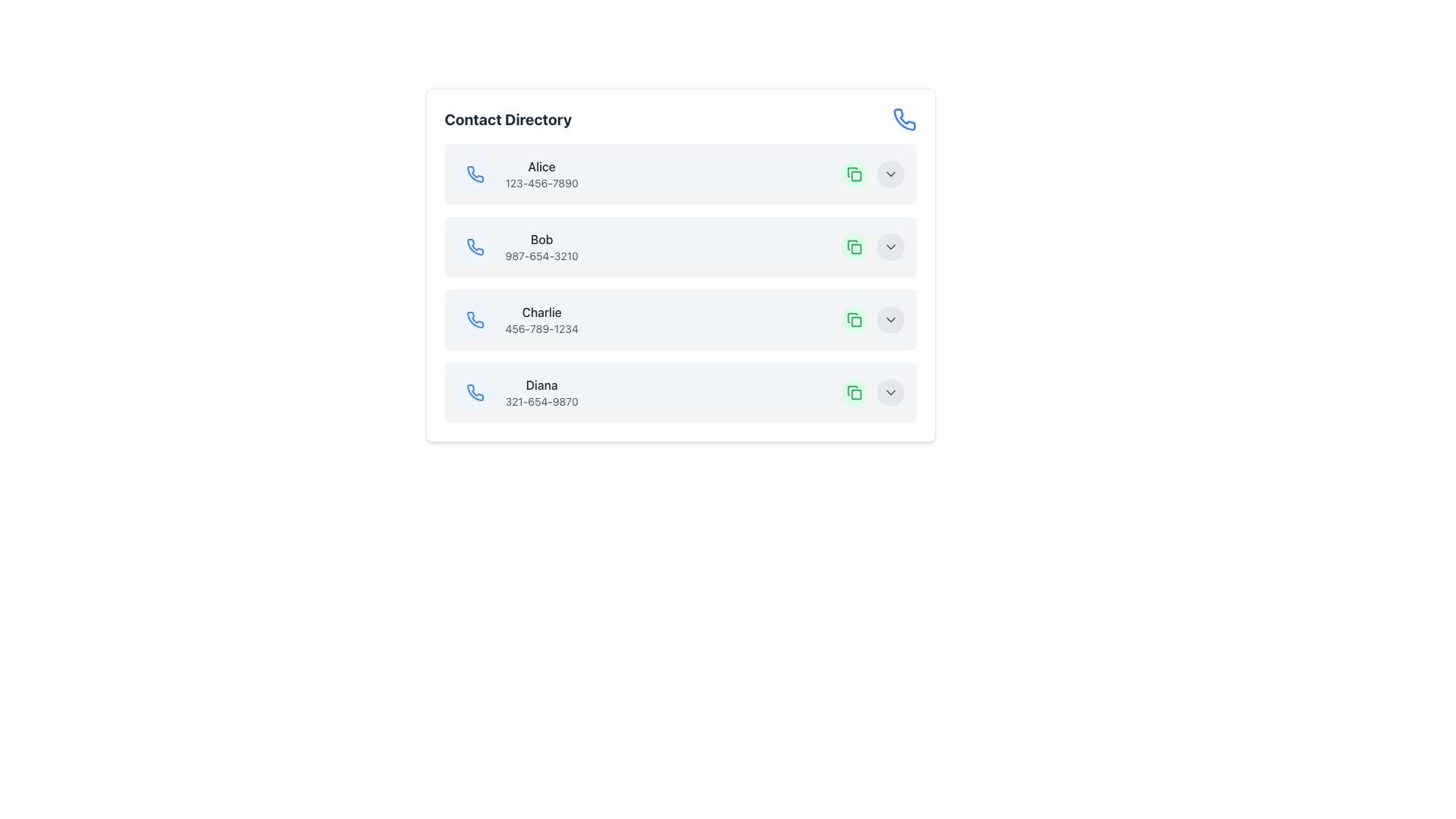 This screenshot has height=819, width=1456. What do you see at coordinates (541, 391) in the screenshot?
I see `the text block displaying the contact information for 'Diana' in the directory list to copy the information` at bounding box center [541, 391].